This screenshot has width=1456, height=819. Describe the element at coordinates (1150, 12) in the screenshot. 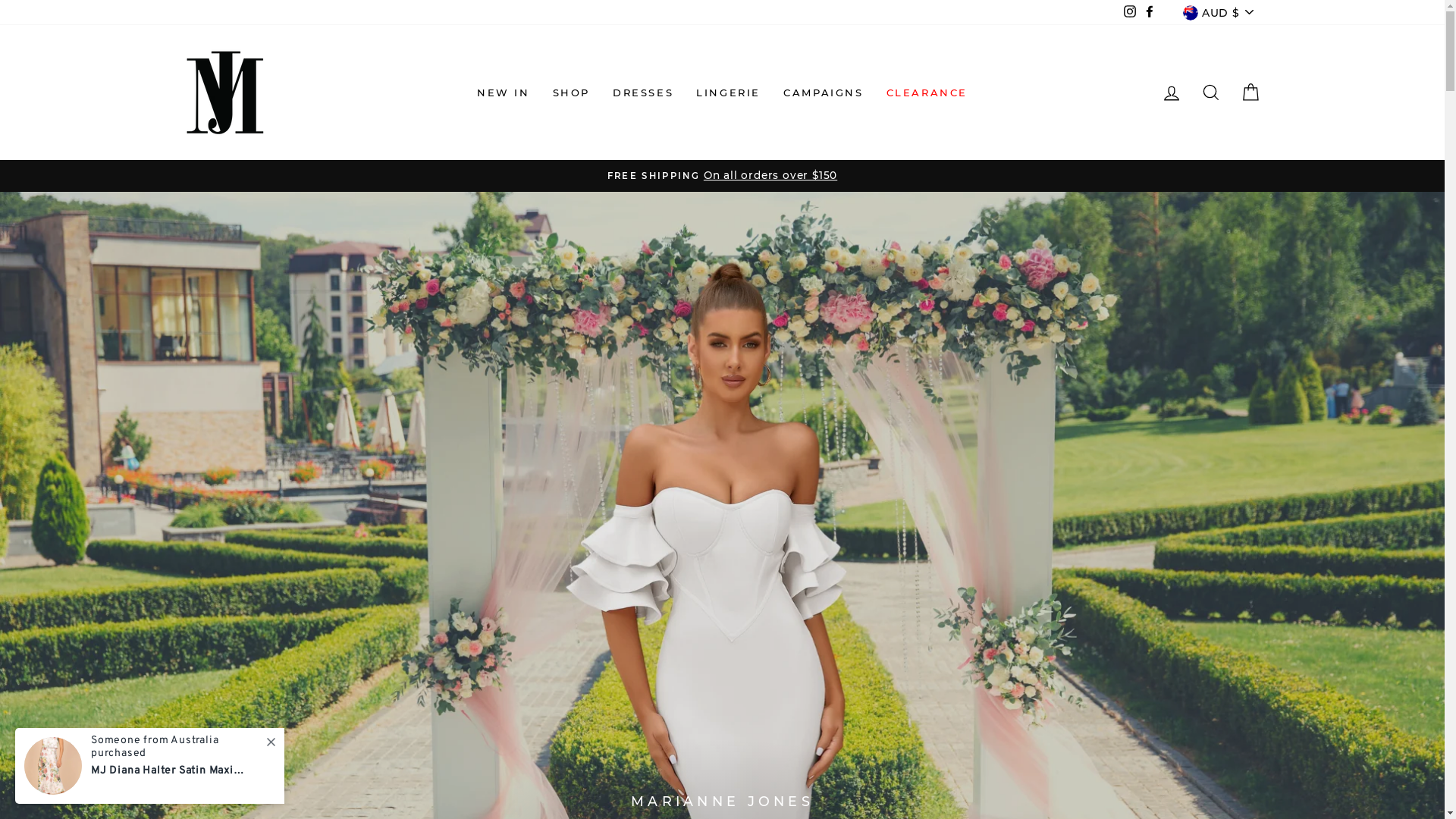

I see `'Facebook'` at that location.